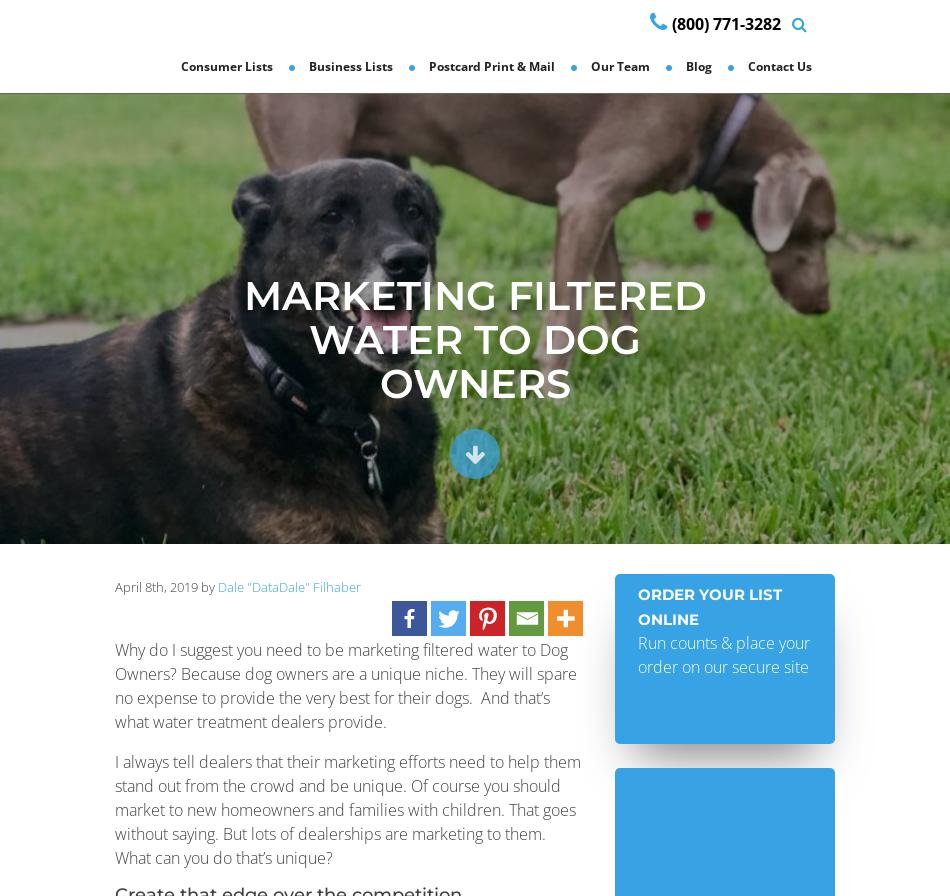  What do you see at coordinates (626, 313) in the screenshot?
I see `'Reviews'` at bounding box center [626, 313].